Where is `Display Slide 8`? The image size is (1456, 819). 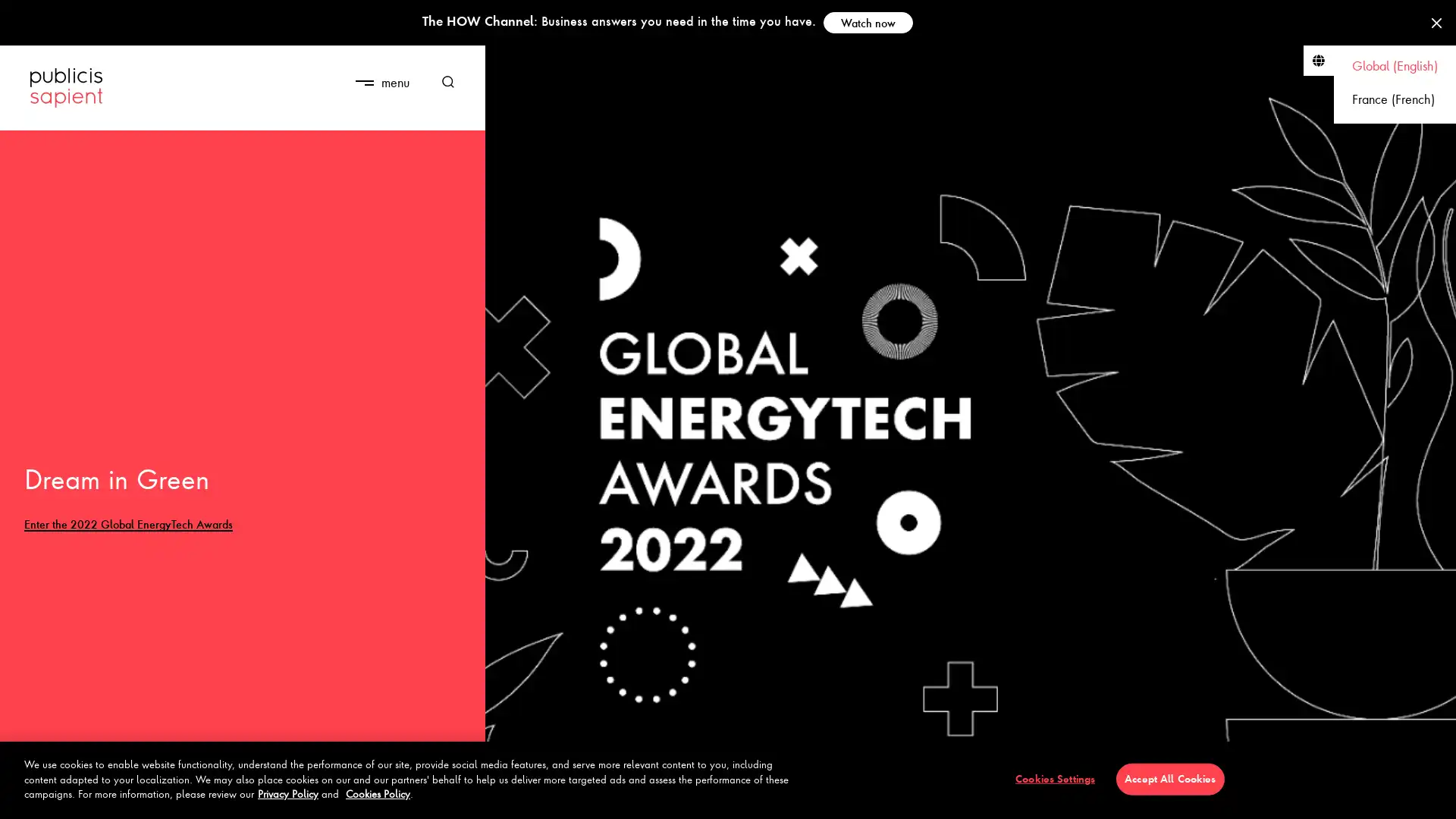 Display Slide 8 is located at coordinates (198, 798).